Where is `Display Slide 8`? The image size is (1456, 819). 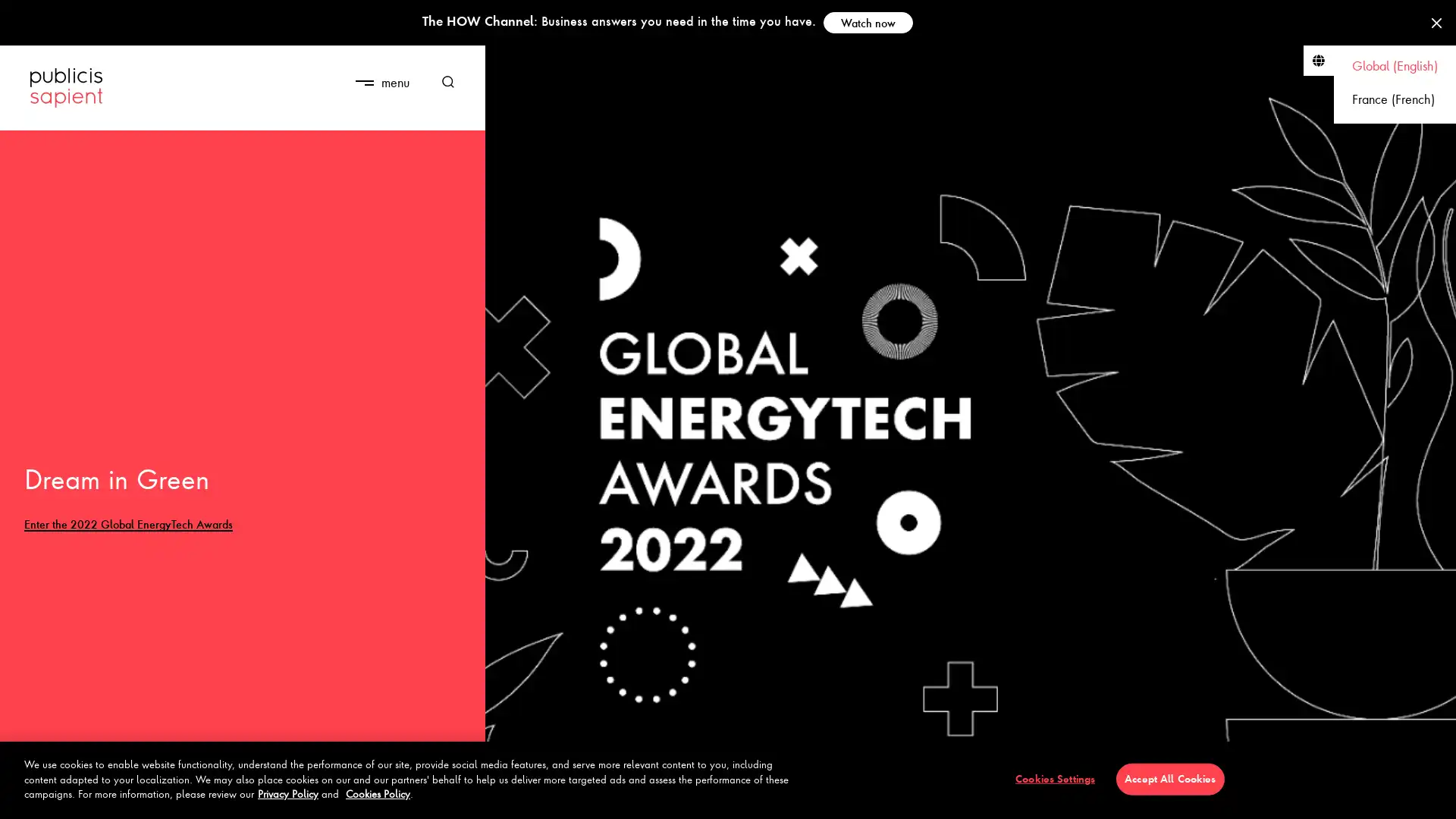 Display Slide 8 is located at coordinates (198, 798).